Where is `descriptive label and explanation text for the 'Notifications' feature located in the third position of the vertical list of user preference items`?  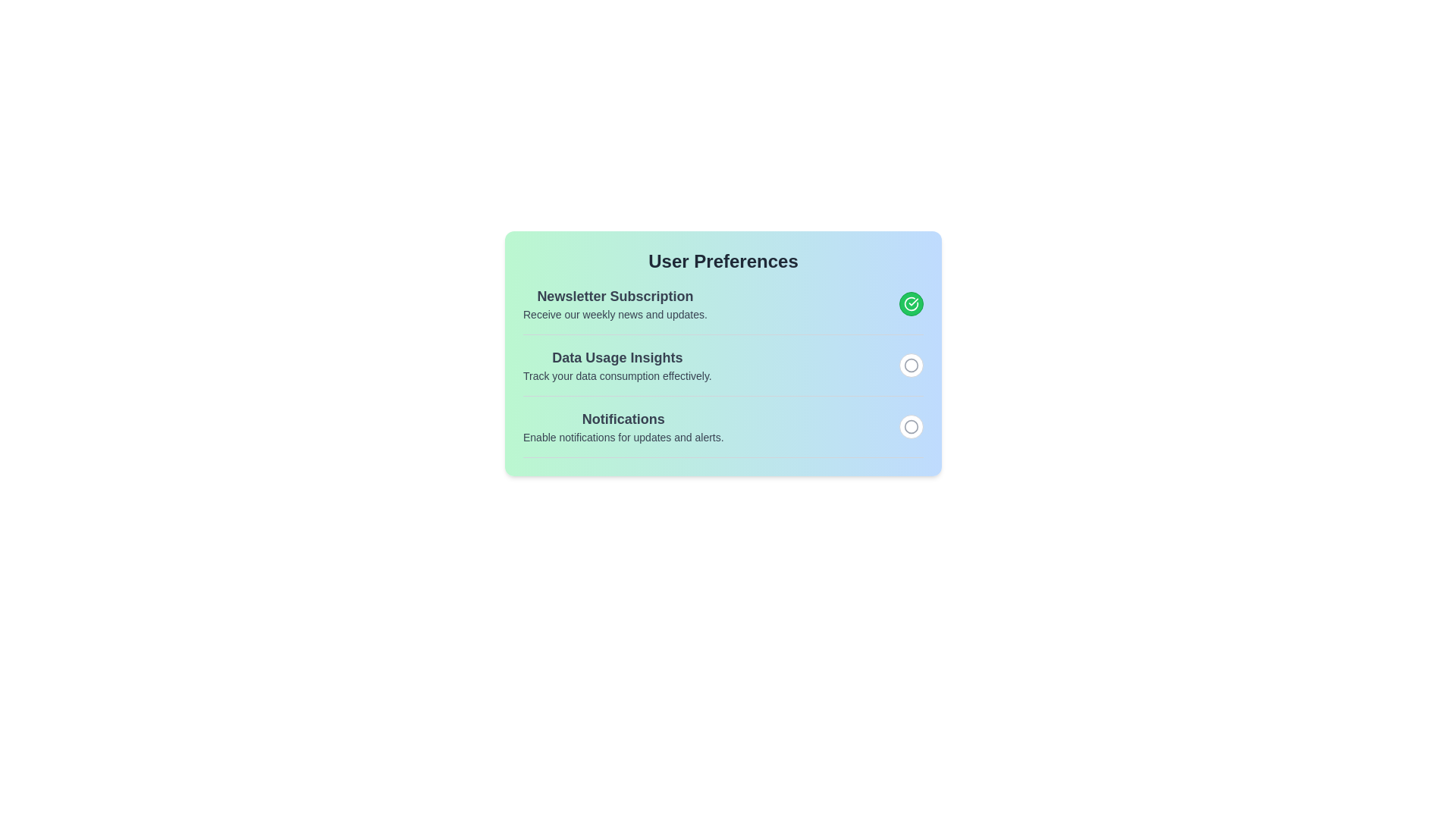 descriptive label and explanation text for the 'Notifications' feature located in the third position of the vertical list of user preference items is located at coordinates (623, 427).